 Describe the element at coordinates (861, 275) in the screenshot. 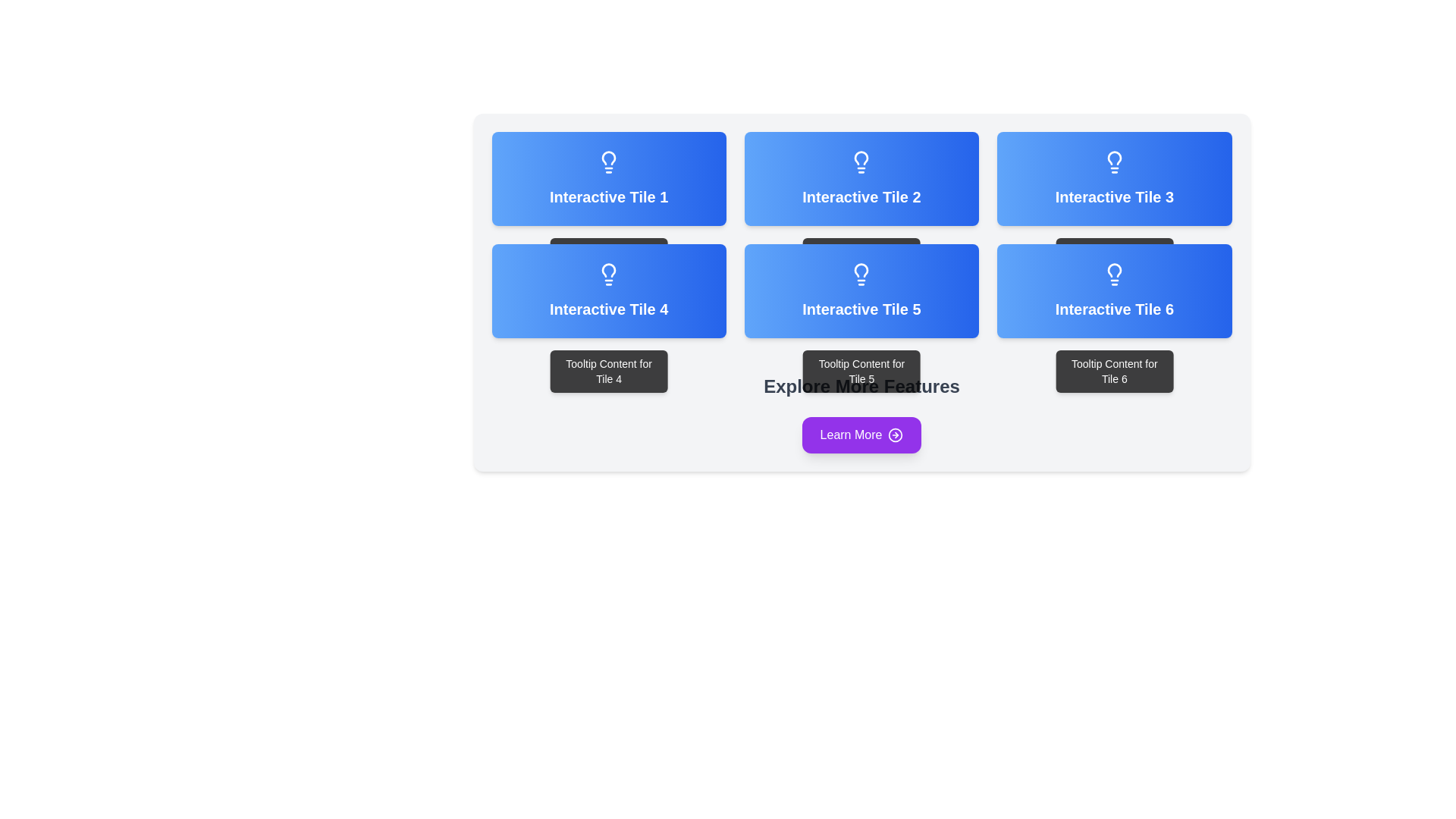

I see `the lightbulb icon with a white outline, located in the 'Interactive Tile 5', which is centered in the bottom row of tiles` at that location.